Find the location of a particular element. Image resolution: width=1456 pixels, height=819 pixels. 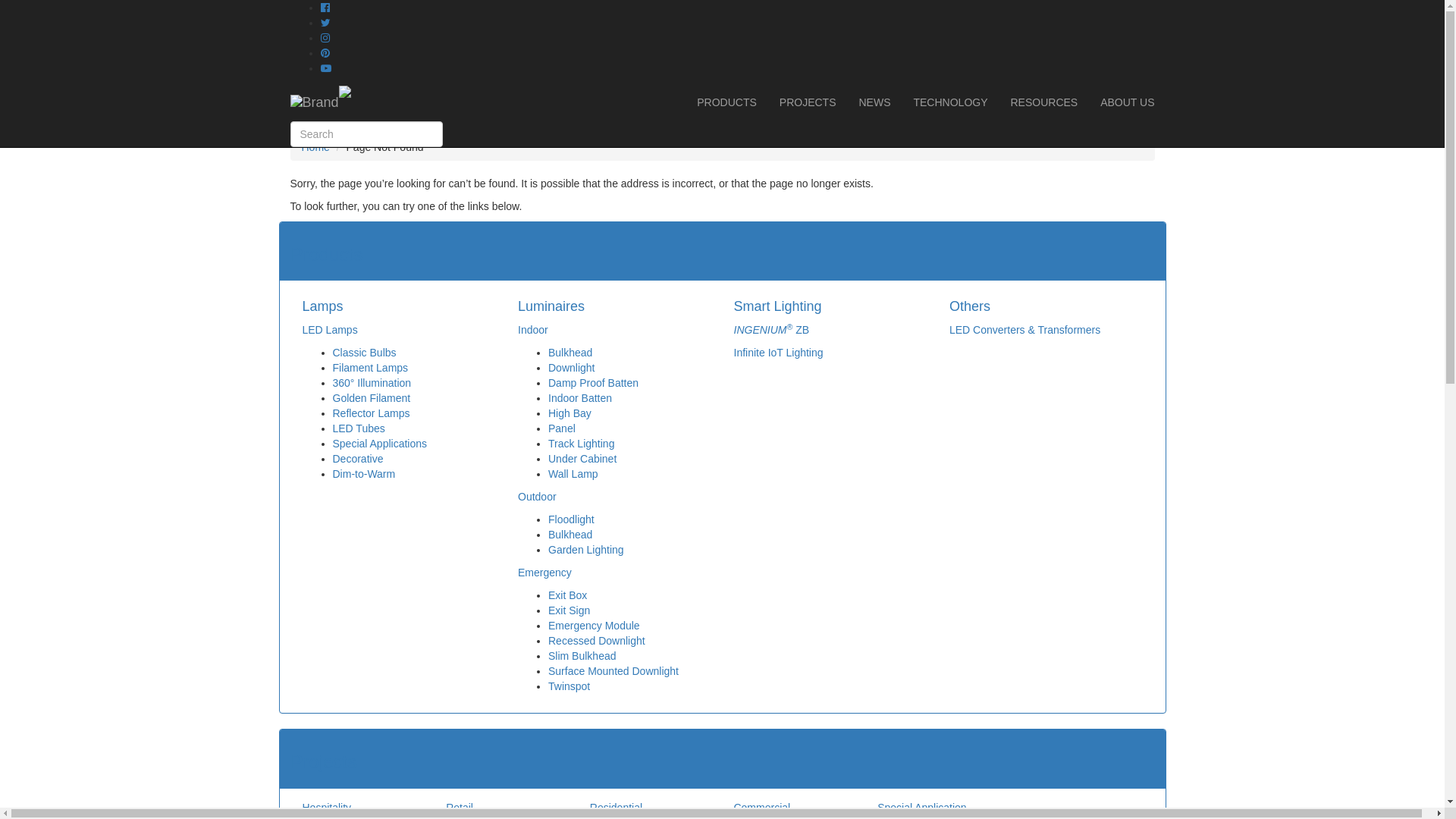

'Decorative' is located at coordinates (356, 458).